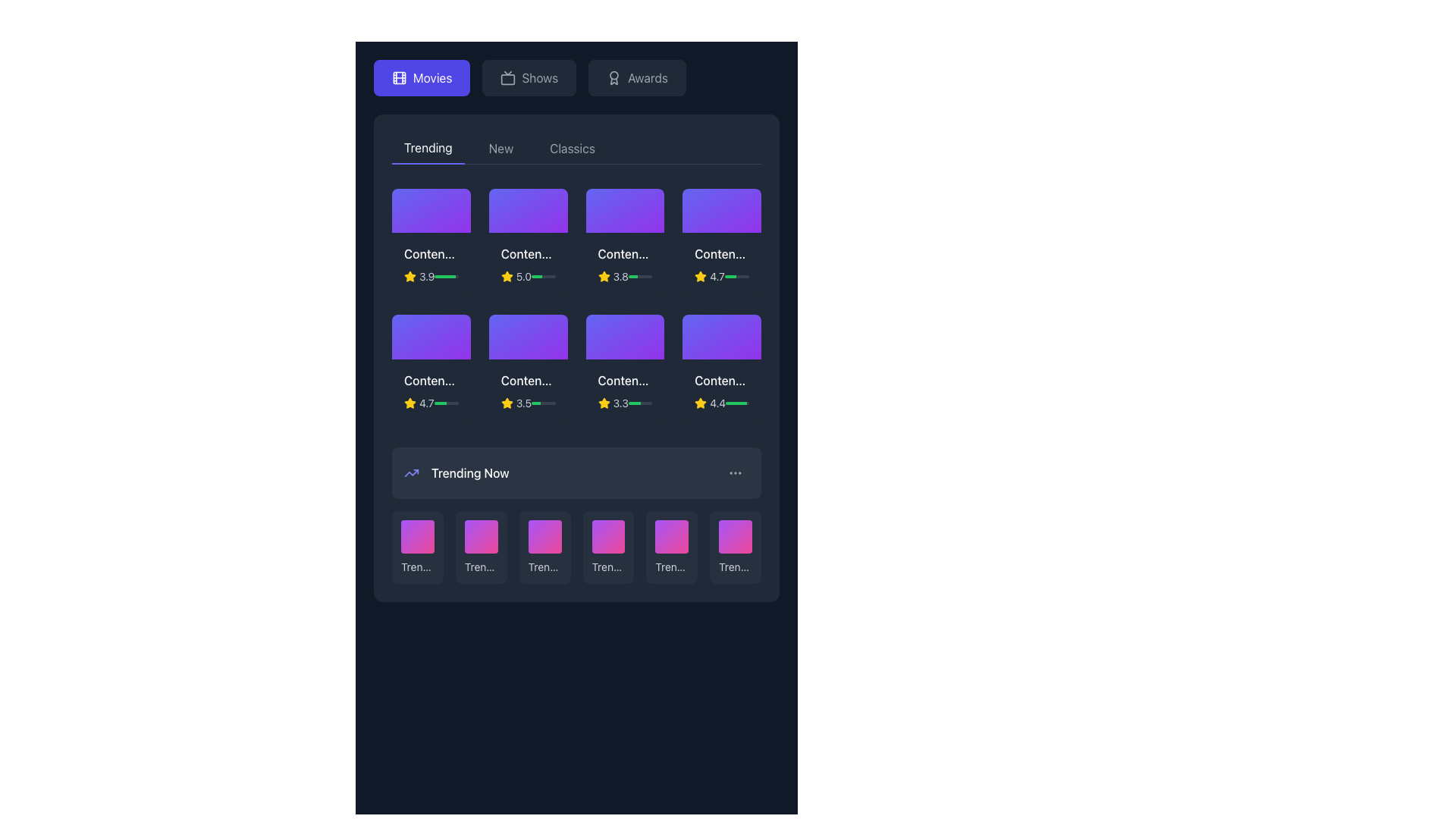  Describe the element at coordinates (507, 277) in the screenshot. I see `the golden rating star icon located to the left of the numeric rating value '5.0', which visually represents a positive rating for the associated content item` at that location.